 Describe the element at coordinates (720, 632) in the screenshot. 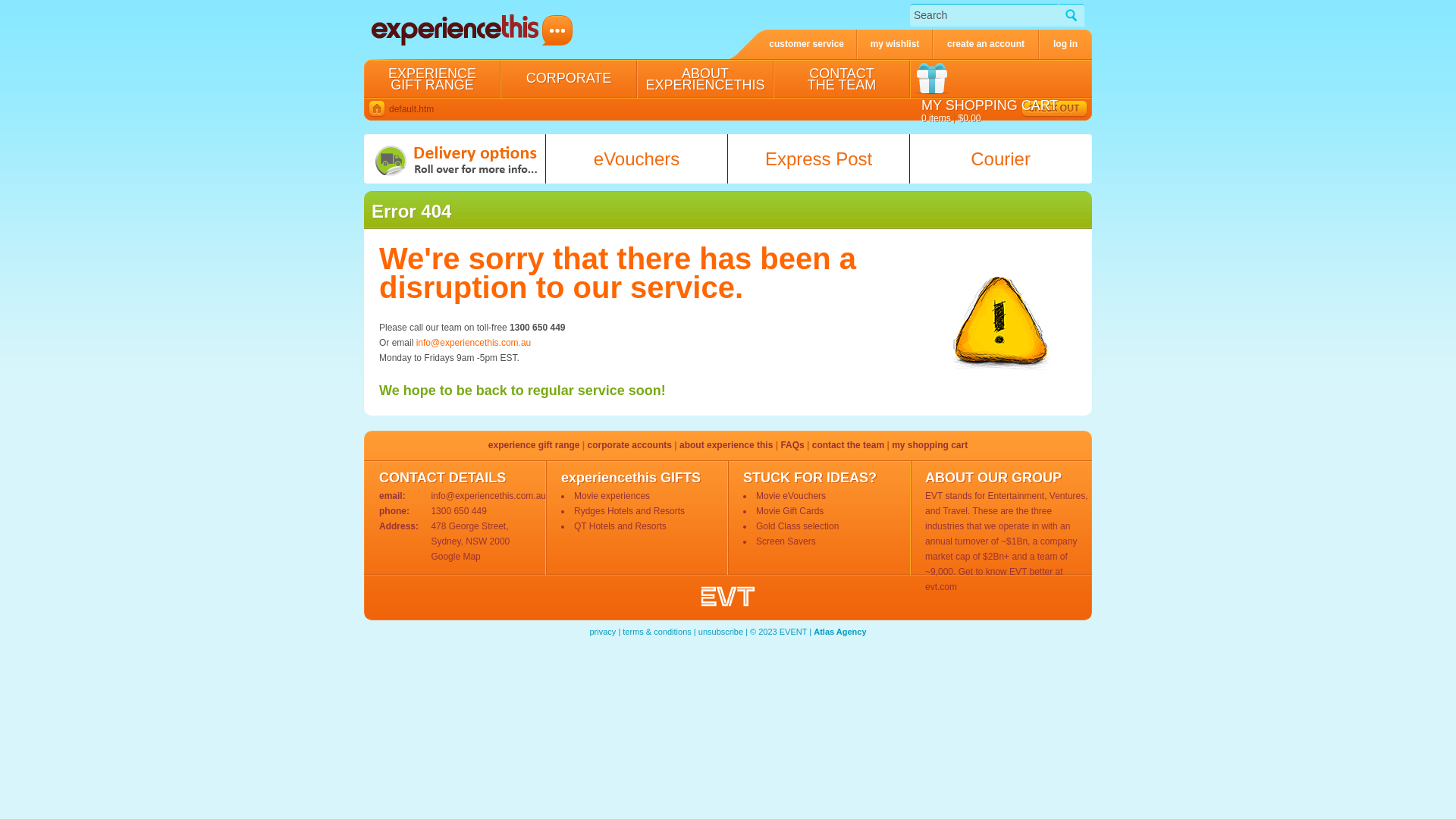

I see `'unsubscribe'` at that location.